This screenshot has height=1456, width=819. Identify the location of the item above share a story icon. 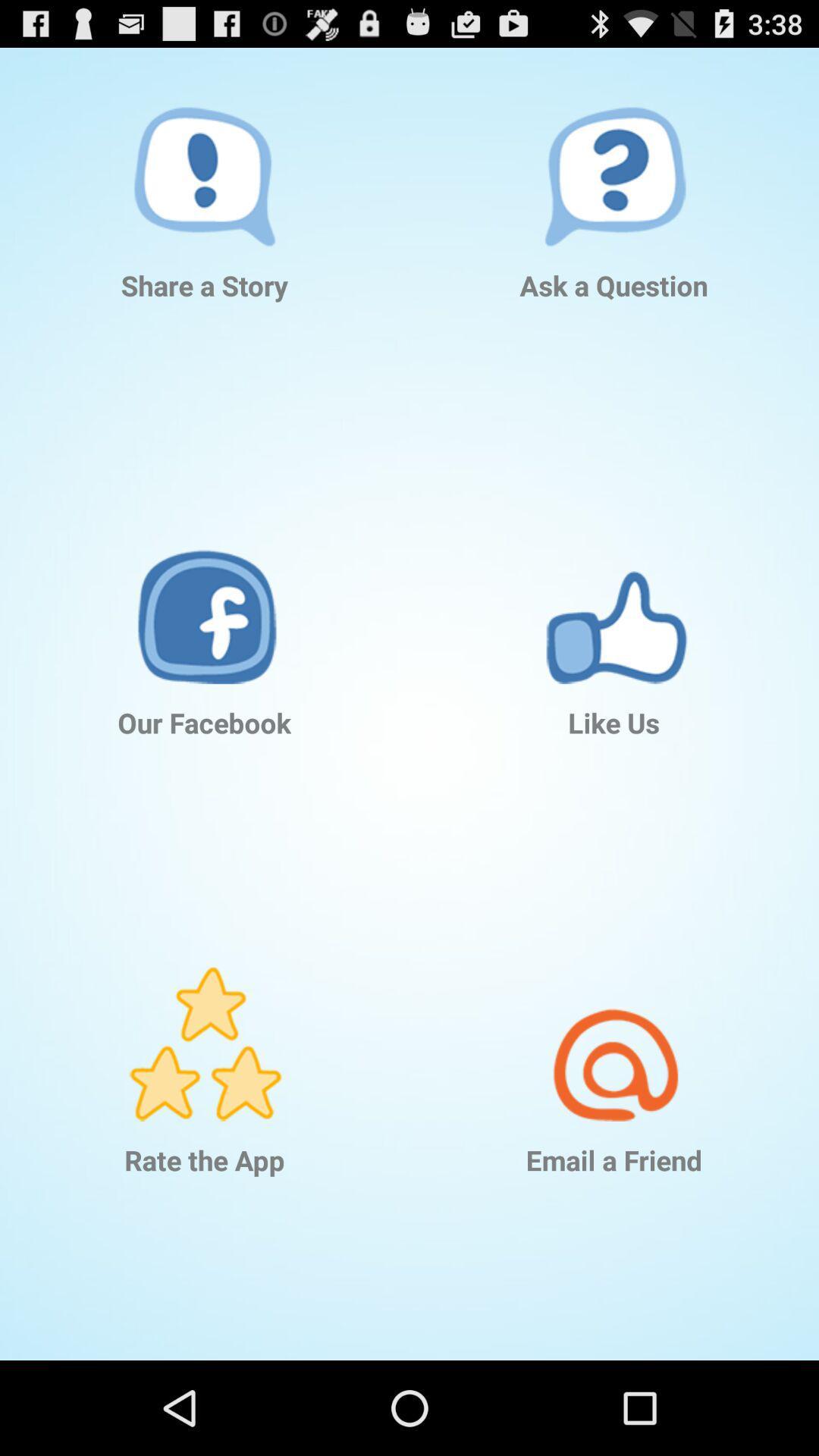
(205, 147).